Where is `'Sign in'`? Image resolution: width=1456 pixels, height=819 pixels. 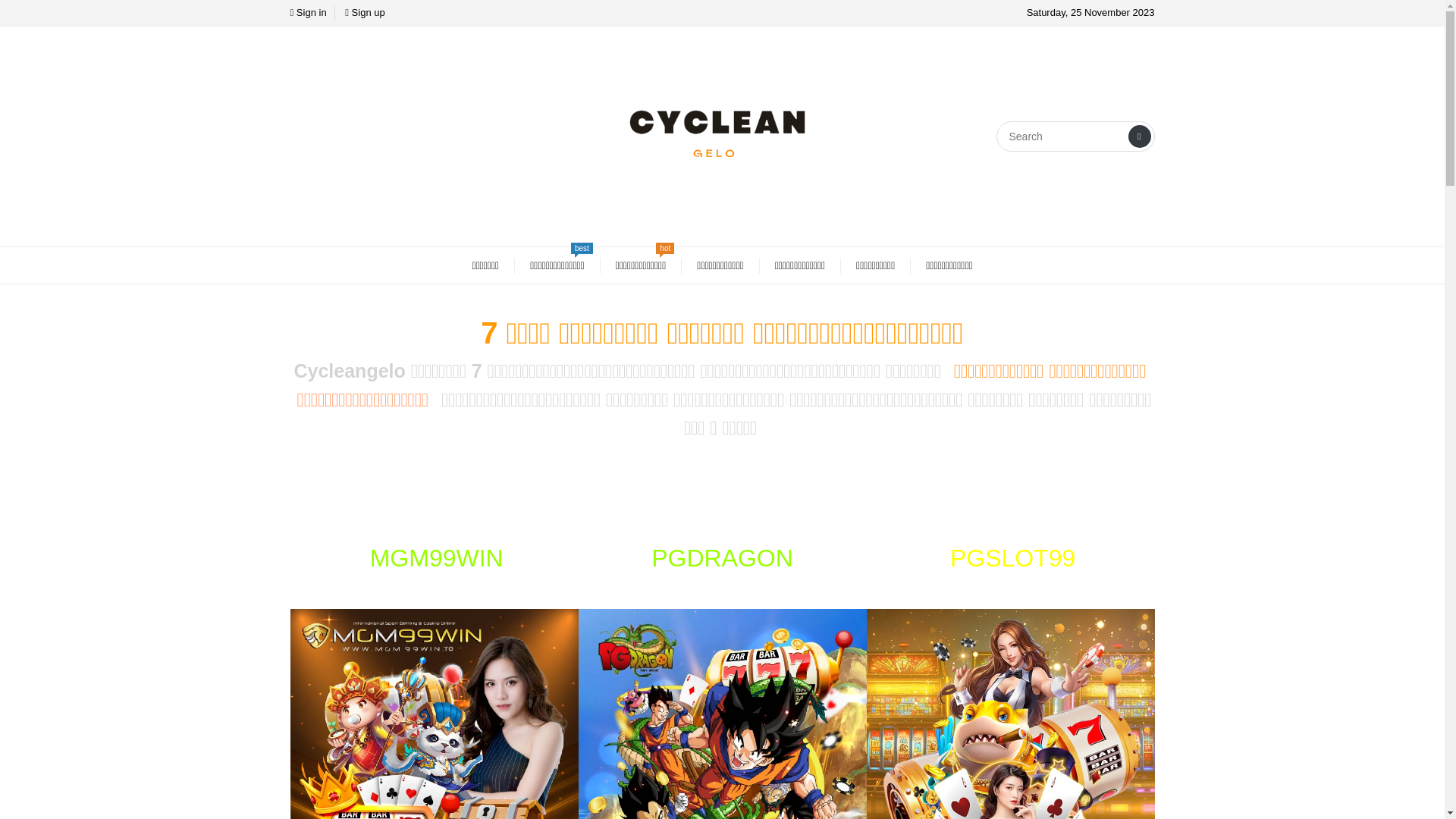 'Sign in' is located at coordinates (307, 12).